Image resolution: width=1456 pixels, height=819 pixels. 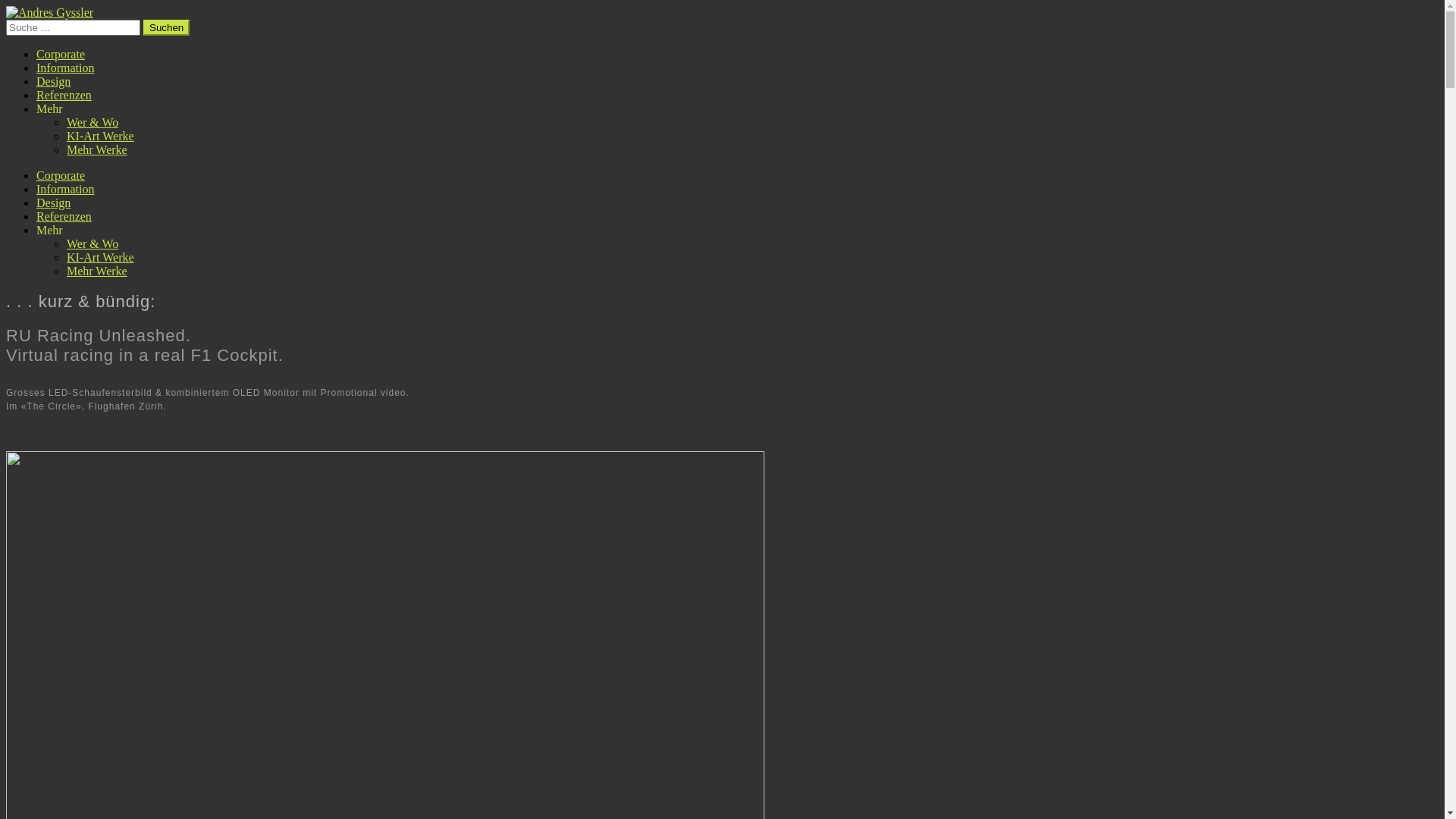 I want to click on 'Design', so click(x=53, y=81).